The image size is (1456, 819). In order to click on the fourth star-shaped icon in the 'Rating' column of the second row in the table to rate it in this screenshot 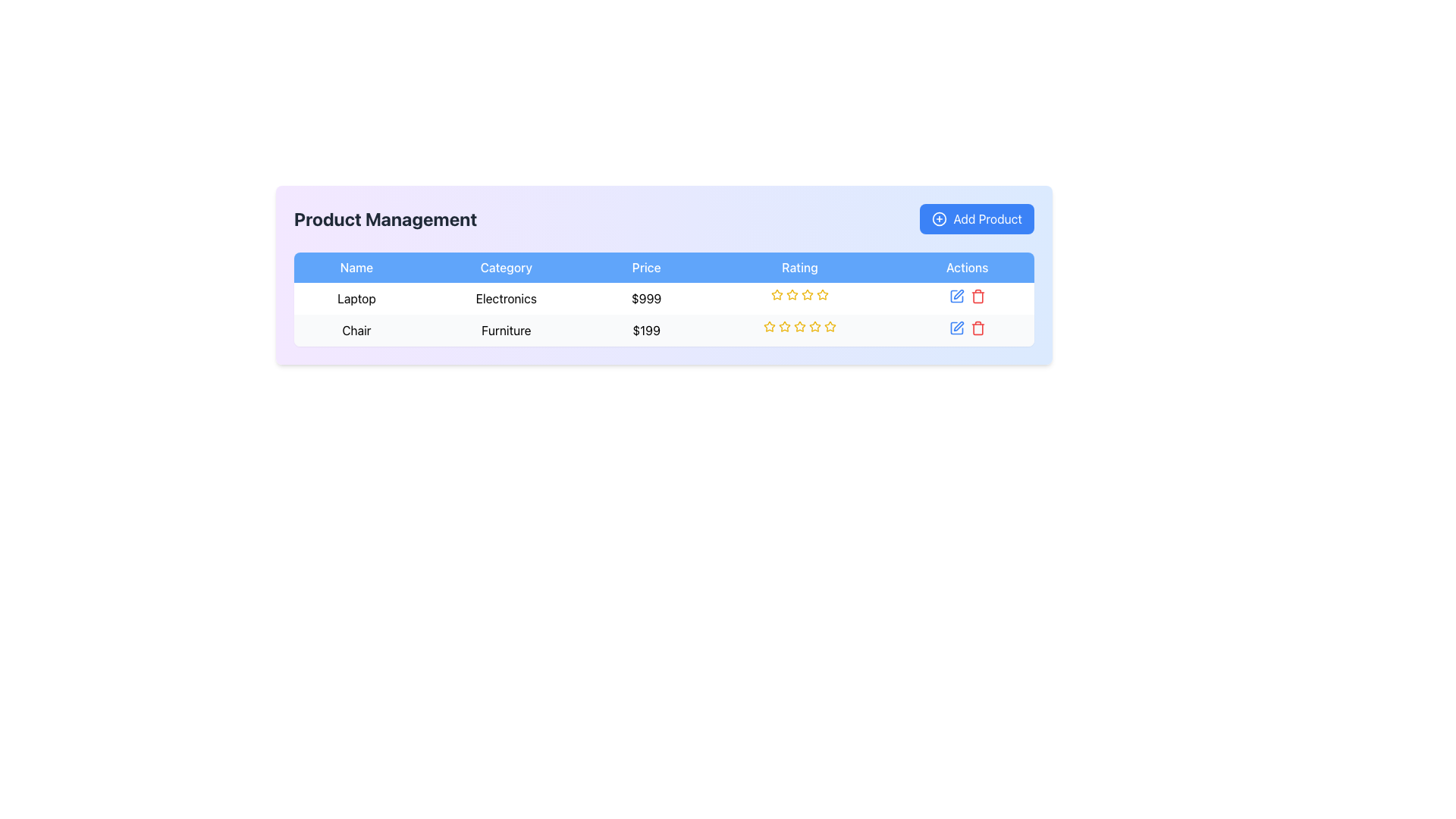, I will do `click(814, 325)`.